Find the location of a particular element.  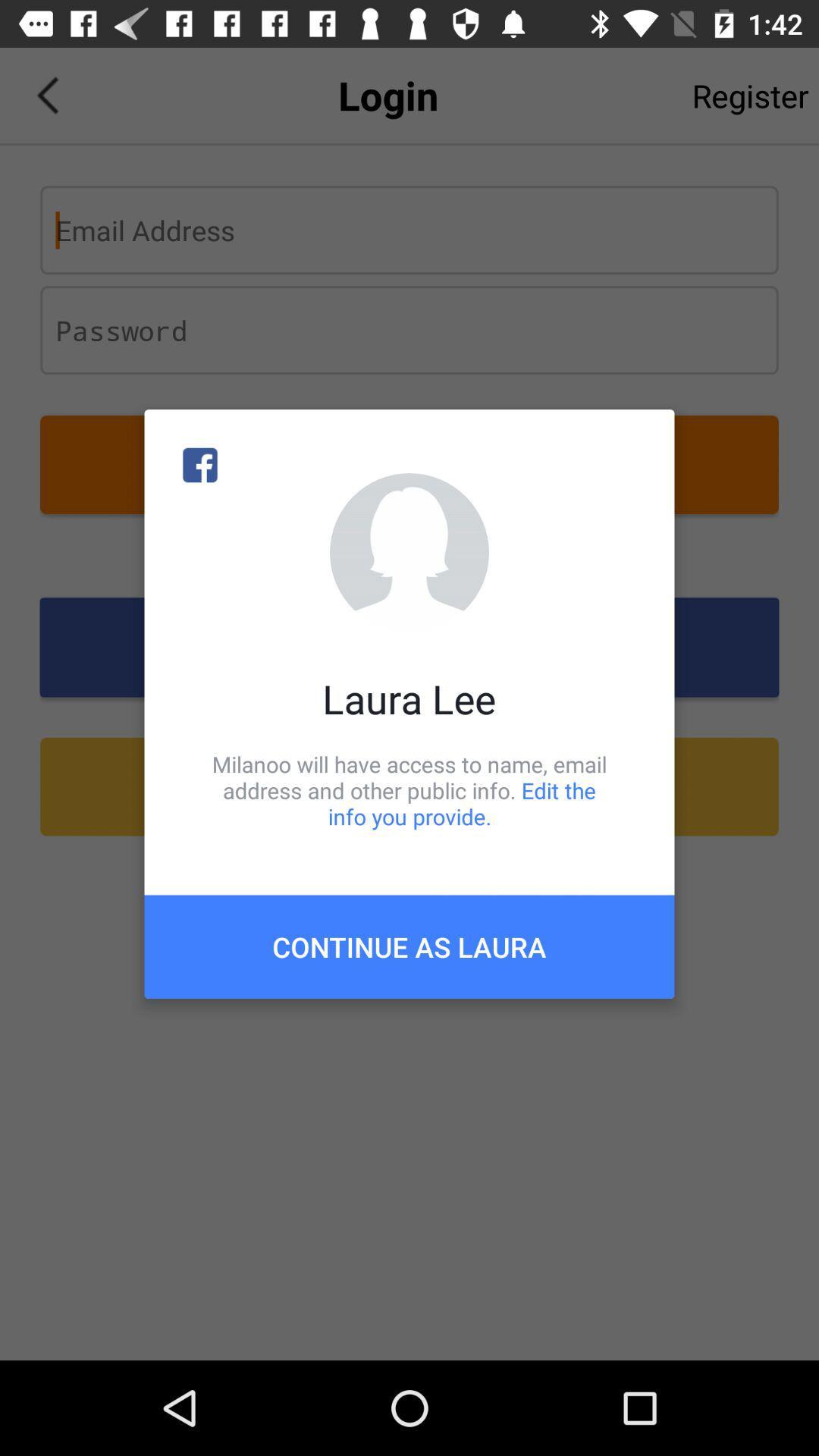

continue as laura item is located at coordinates (409, 946).